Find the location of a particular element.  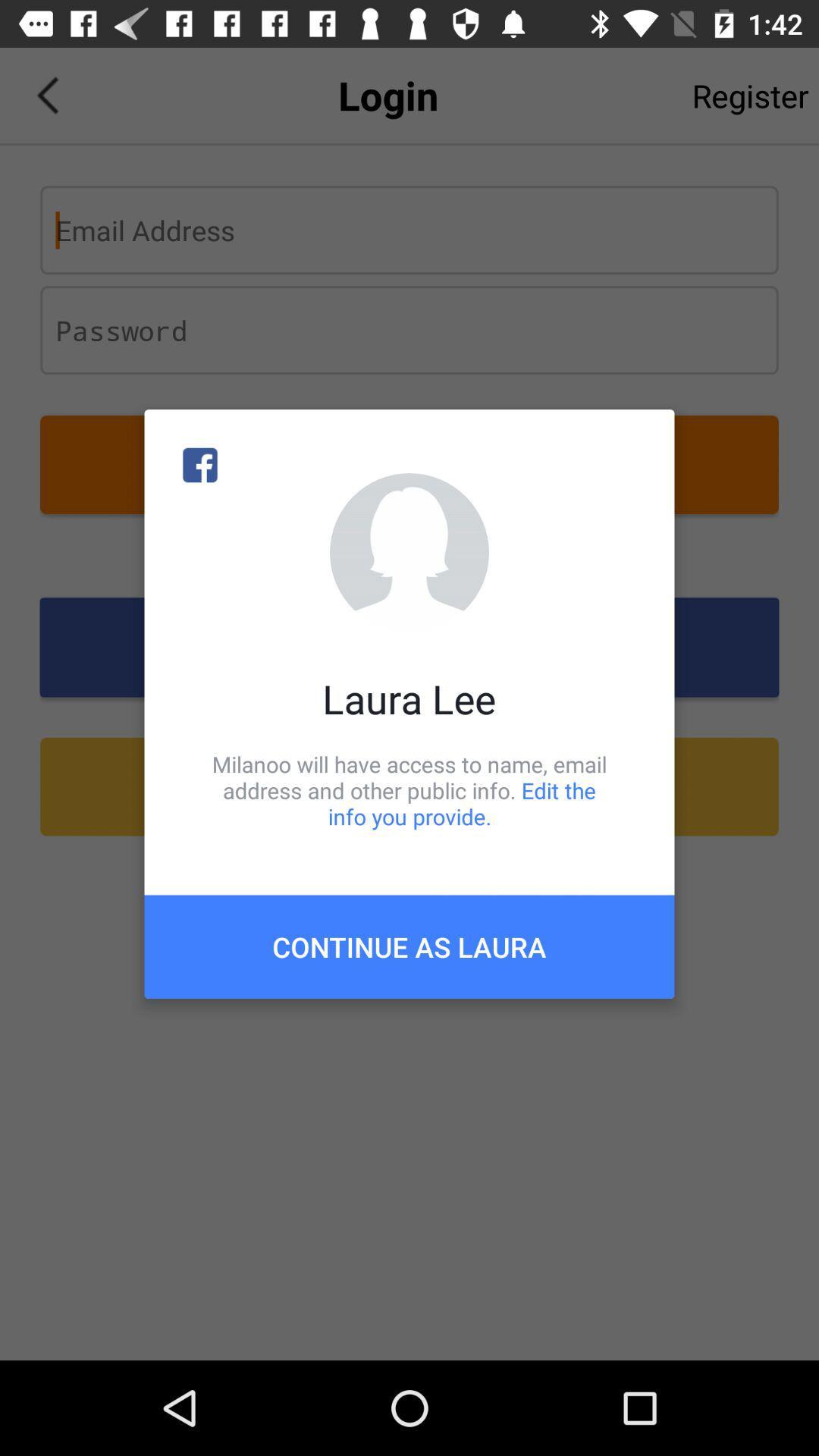

continue as laura item is located at coordinates (409, 946).